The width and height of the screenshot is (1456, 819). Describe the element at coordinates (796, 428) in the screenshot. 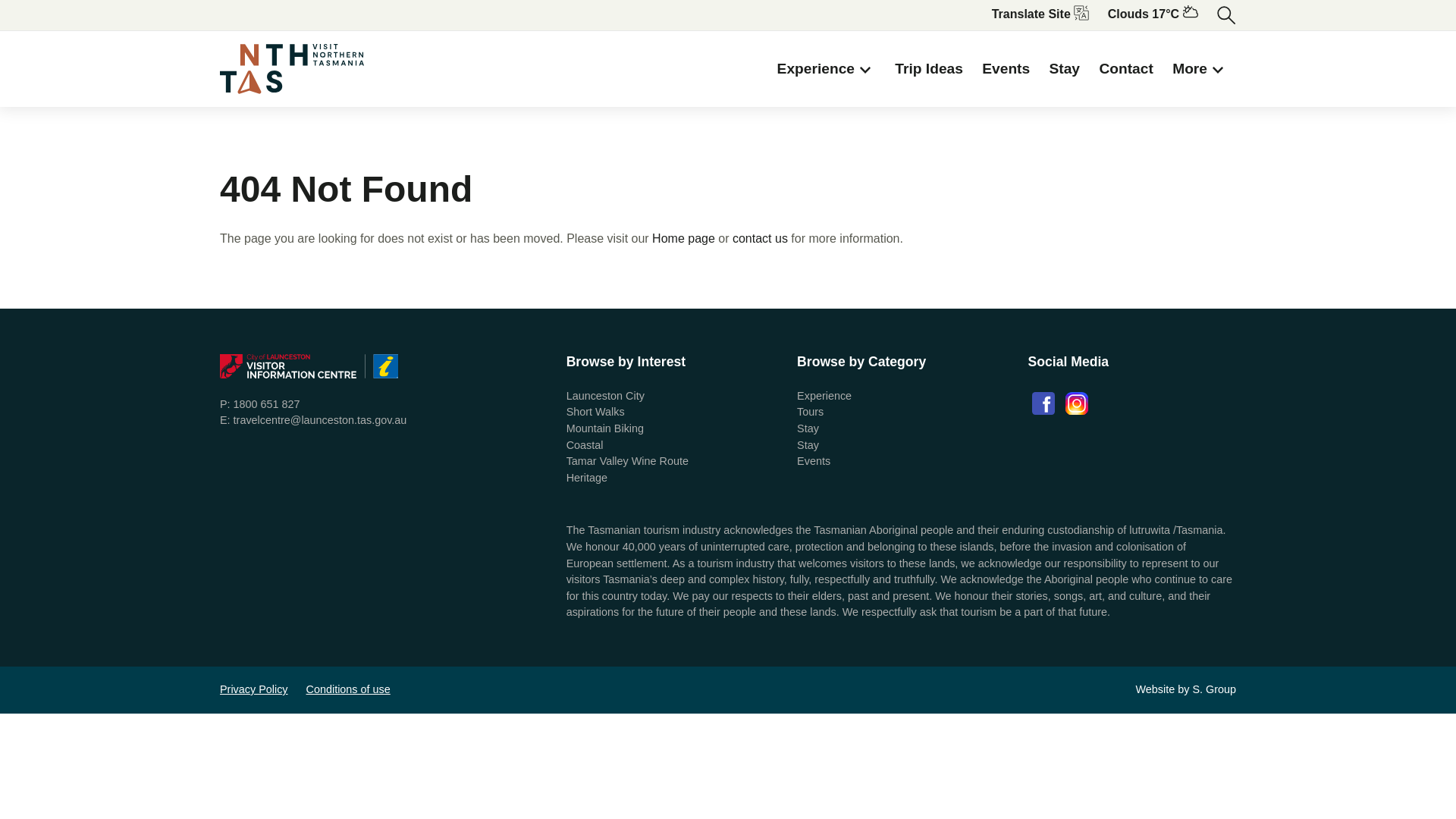

I see `'Stay'` at that location.